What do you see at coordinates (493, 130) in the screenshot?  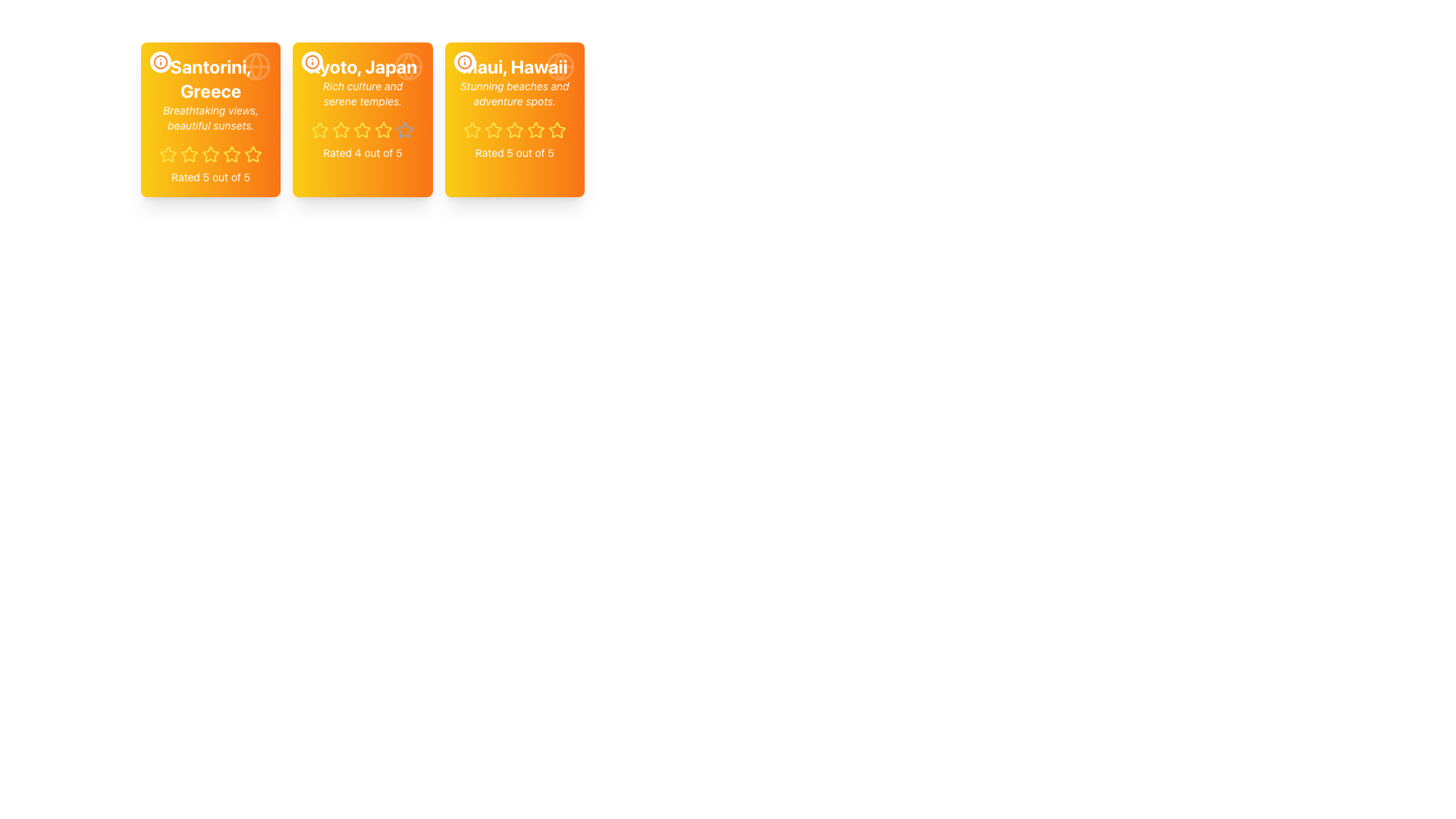 I see `the third star icon` at bounding box center [493, 130].